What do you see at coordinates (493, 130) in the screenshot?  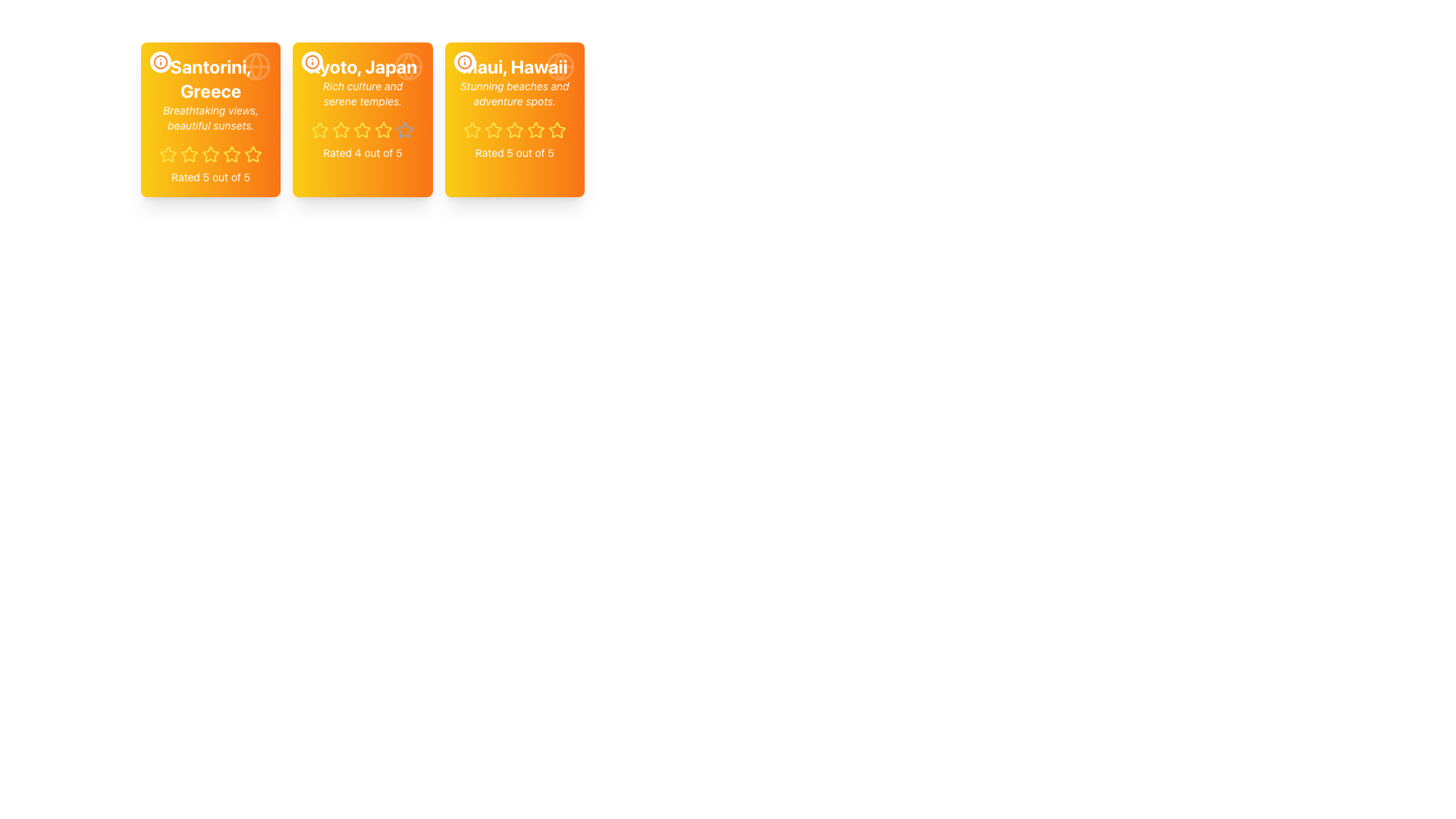 I see `the third star icon` at bounding box center [493, 130].